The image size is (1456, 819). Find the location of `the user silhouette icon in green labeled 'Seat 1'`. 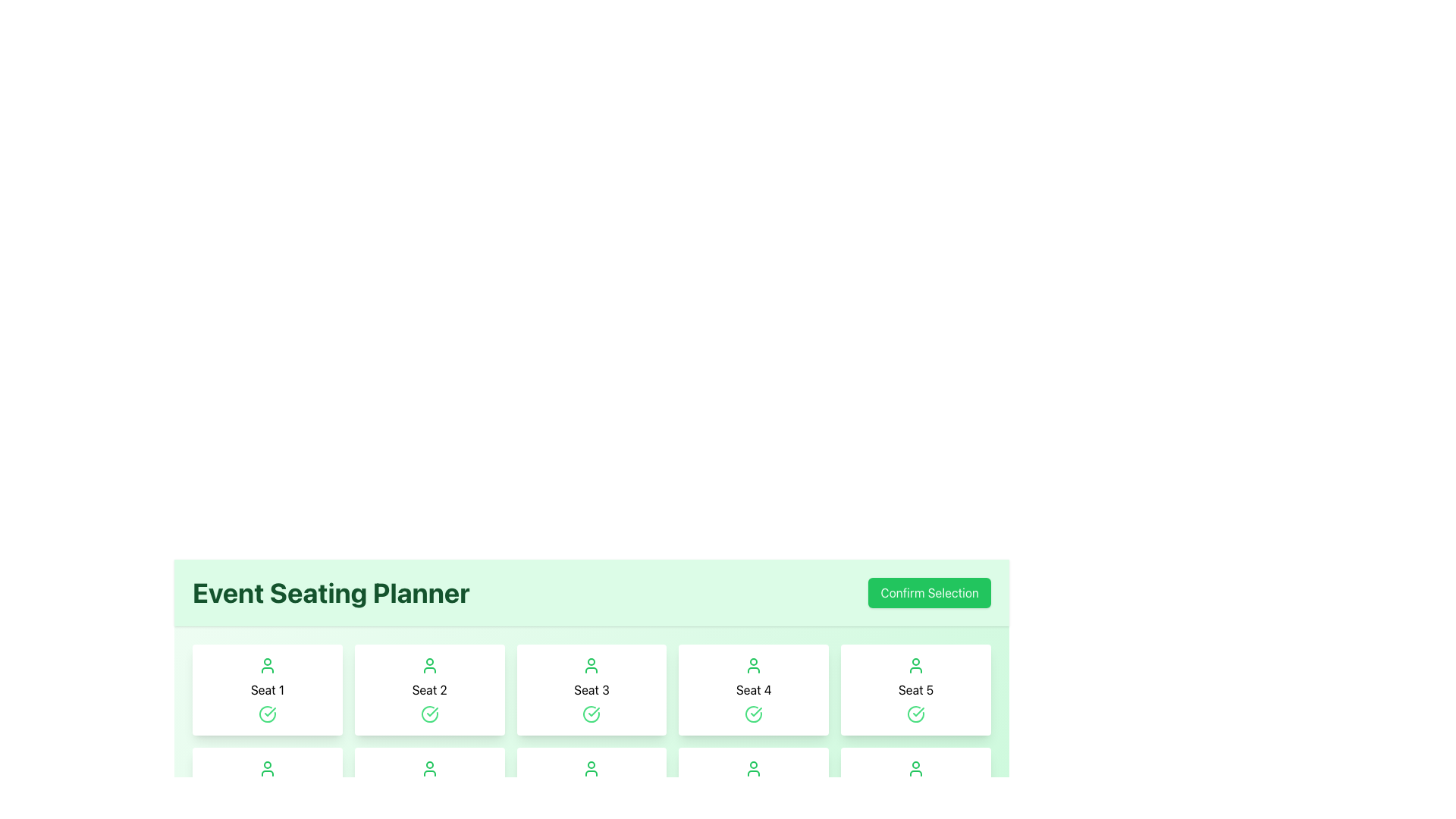

the user silhouette icon in green labeled 'Seat 1' is located at coordinates (267, 665).